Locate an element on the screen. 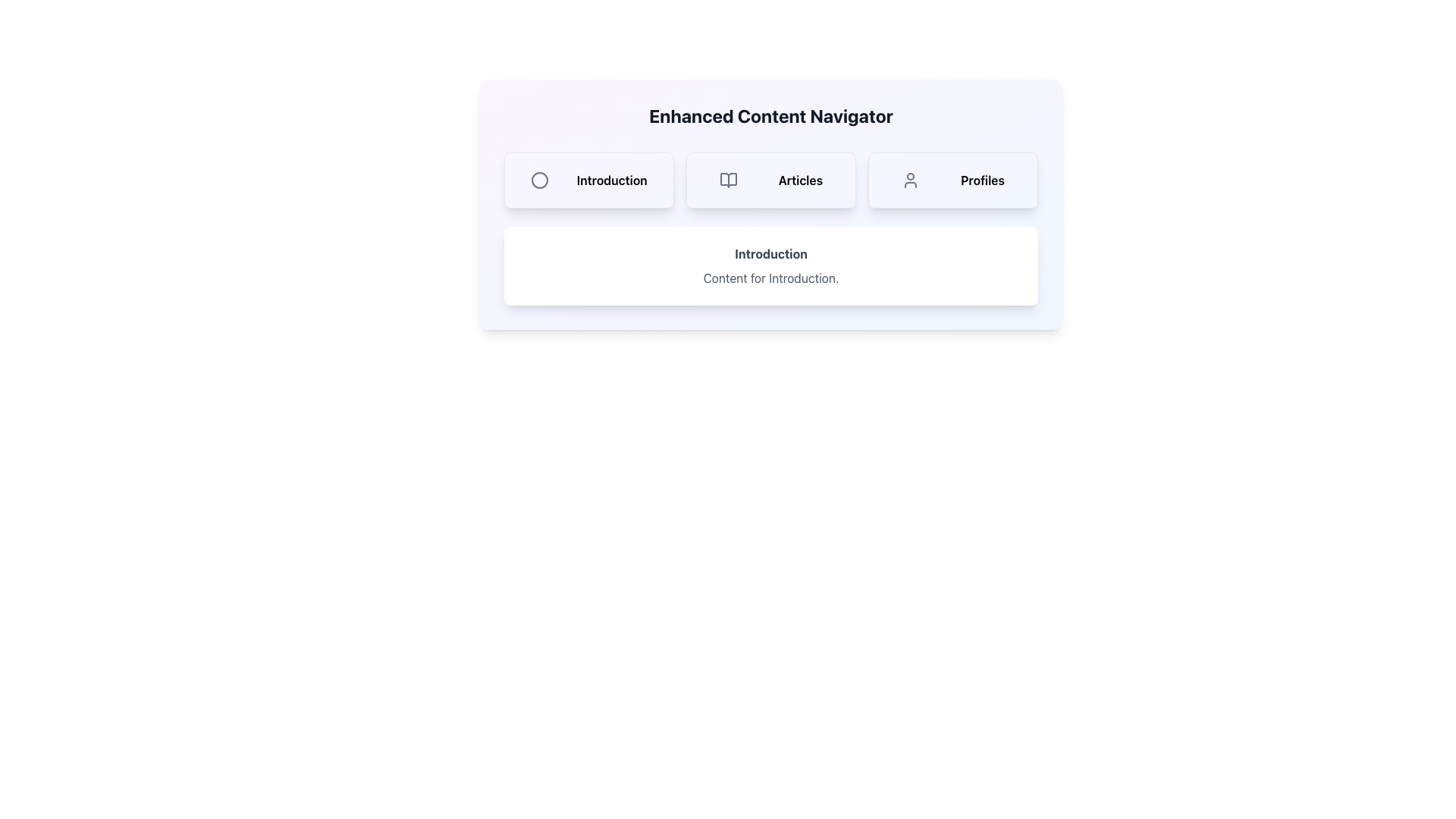  the circular graphic element within the 'Introduction' navigation tab located at the top-left segment of the interface is located at coordinates (540, 180).